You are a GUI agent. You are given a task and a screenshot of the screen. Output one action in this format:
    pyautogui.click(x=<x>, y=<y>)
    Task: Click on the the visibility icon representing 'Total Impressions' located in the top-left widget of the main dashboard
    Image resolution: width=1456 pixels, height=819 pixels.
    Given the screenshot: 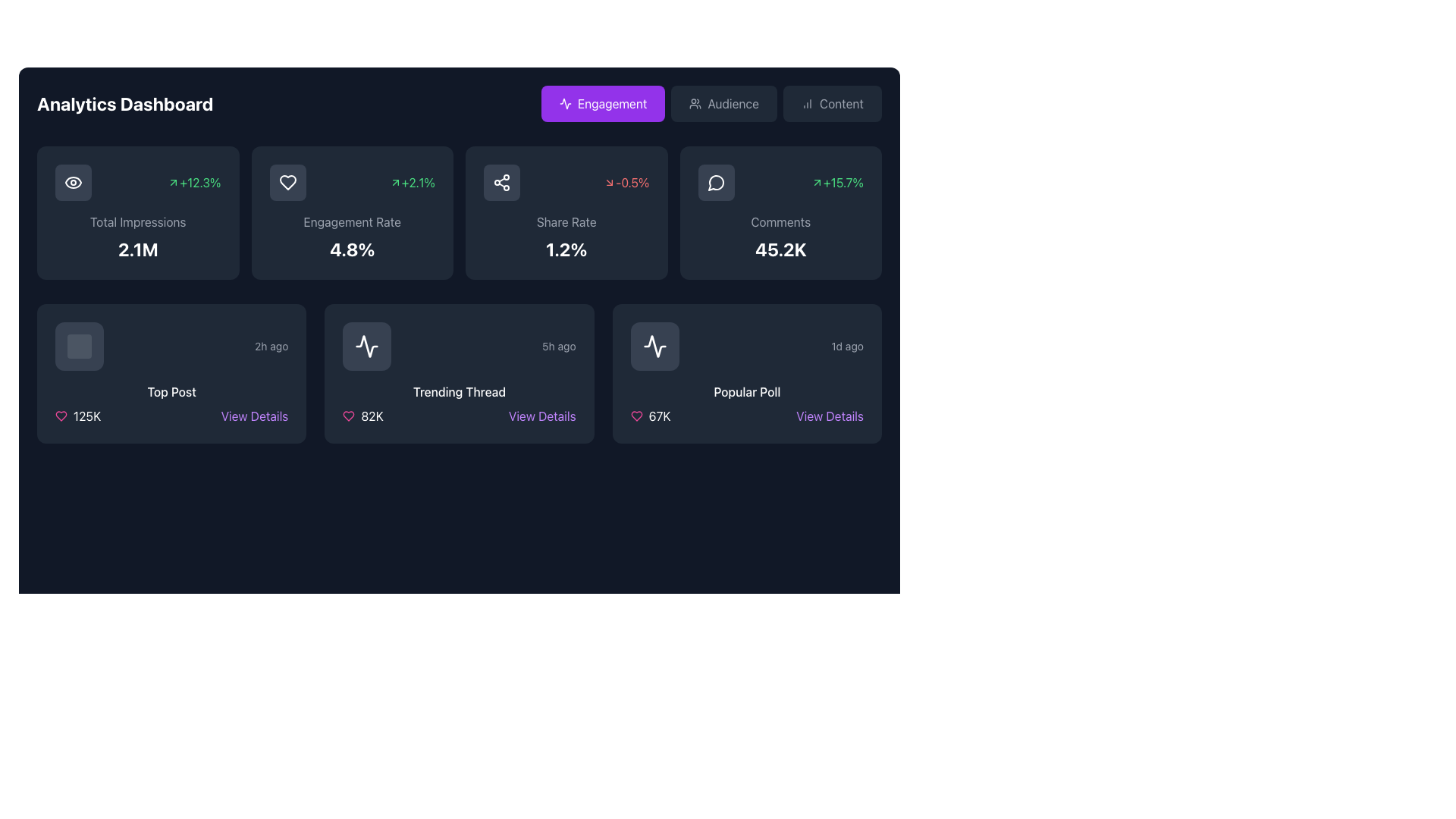 What is the action you would take?
    pyautogui.click(x=72, y=181)
    